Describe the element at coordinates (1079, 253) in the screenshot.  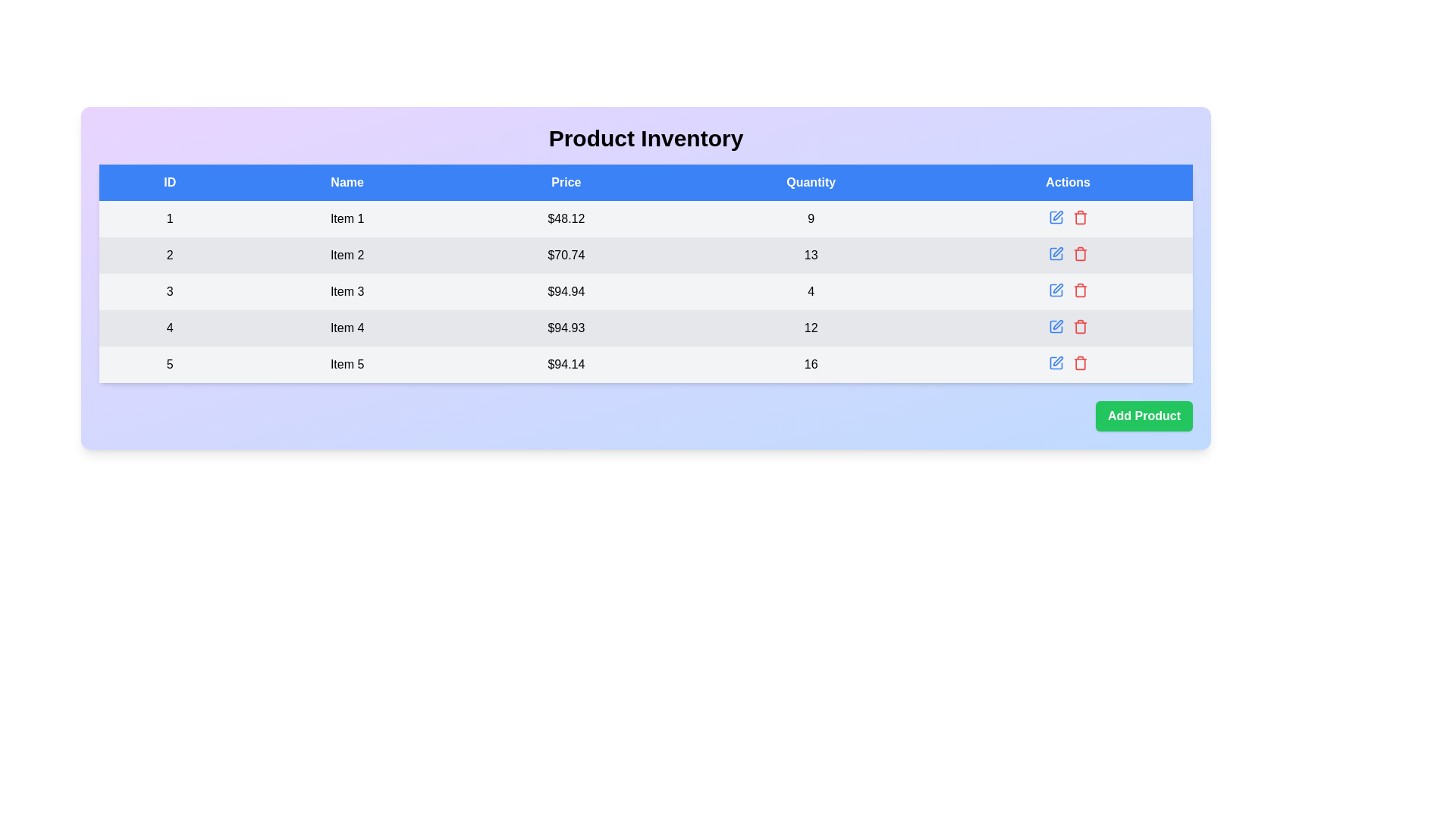
I see `the delete action icon button located` at that location.